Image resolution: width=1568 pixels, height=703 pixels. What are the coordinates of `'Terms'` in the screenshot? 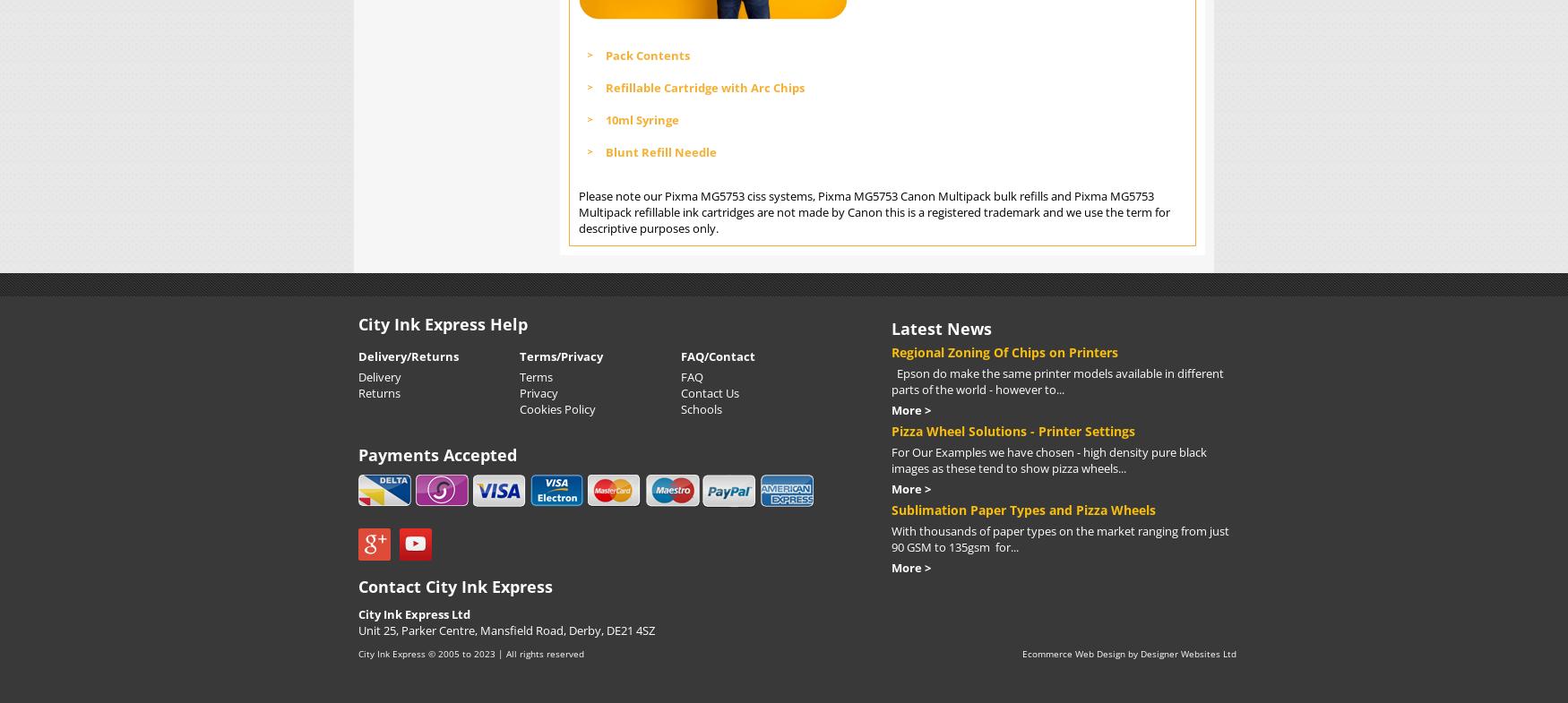 It's located at (536, 375).